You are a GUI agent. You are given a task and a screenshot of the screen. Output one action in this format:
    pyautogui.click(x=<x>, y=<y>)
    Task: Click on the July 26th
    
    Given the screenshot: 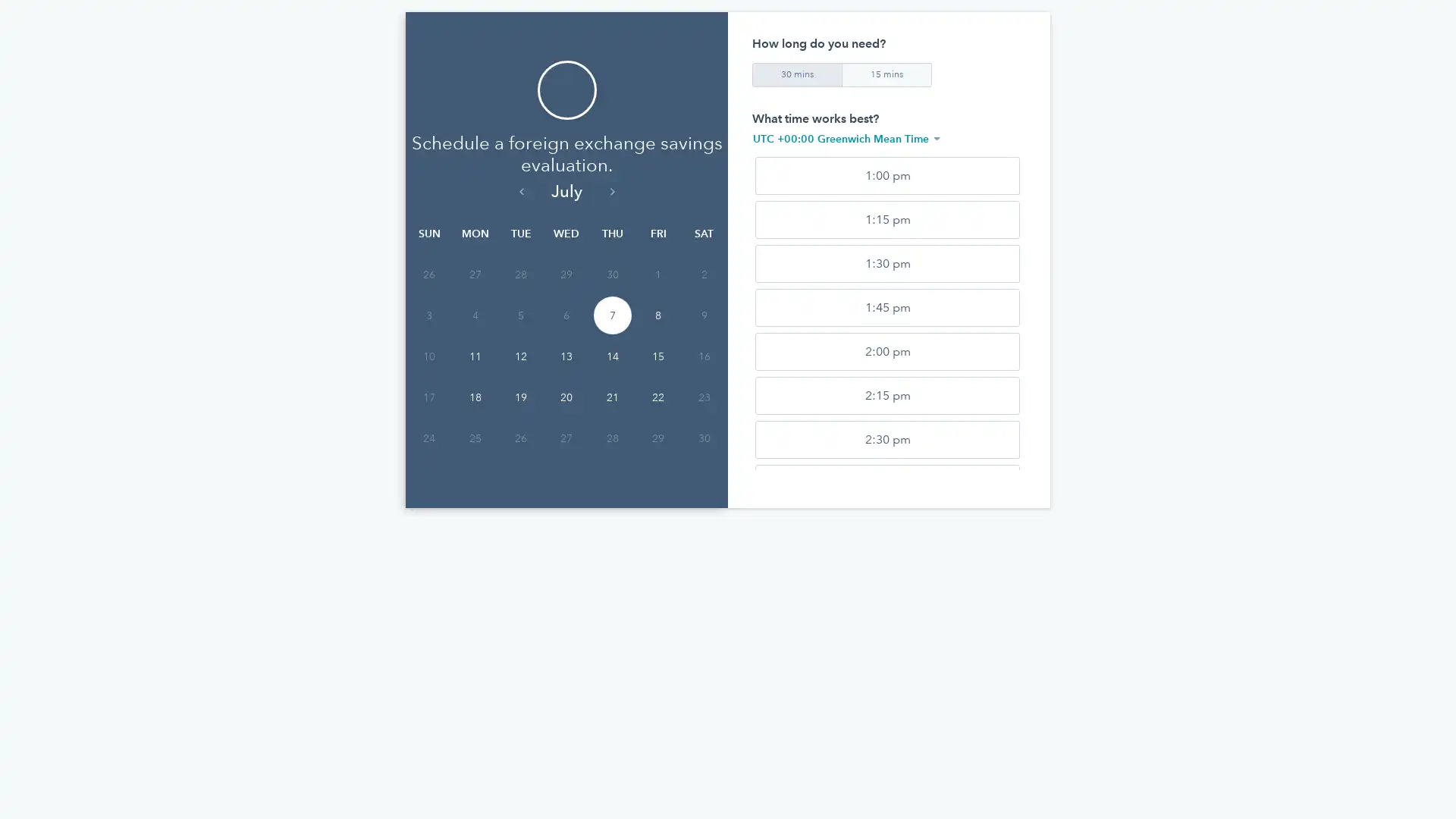 What is the action you would take?
    pyautogui.click(x=520, y=438)
    